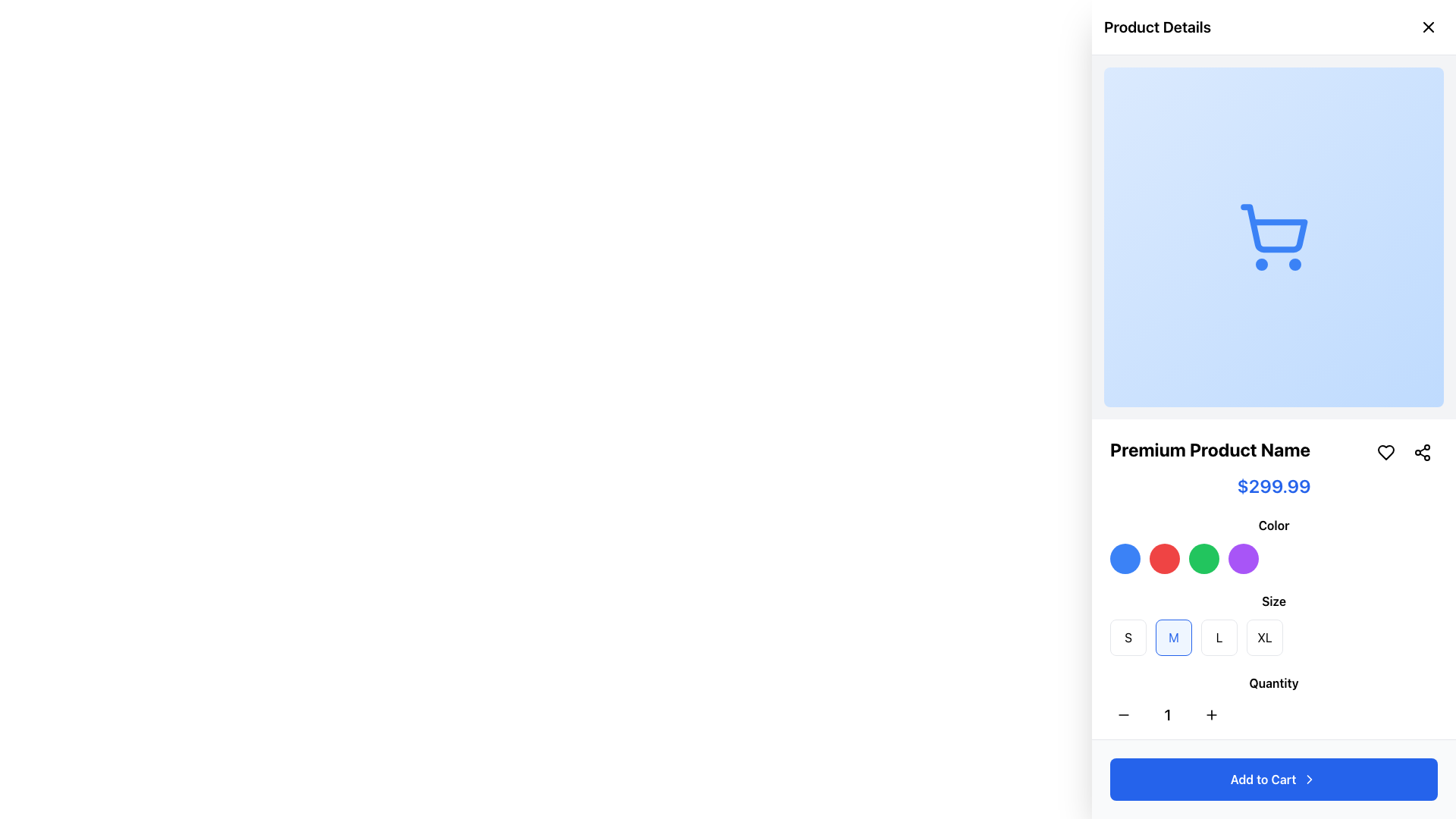 This screenshot has width=1456, height=819. Describe the element at coordinates (1211, 714) in the screenshot. I see `the increment button in the 'Quantity' section` at that location.